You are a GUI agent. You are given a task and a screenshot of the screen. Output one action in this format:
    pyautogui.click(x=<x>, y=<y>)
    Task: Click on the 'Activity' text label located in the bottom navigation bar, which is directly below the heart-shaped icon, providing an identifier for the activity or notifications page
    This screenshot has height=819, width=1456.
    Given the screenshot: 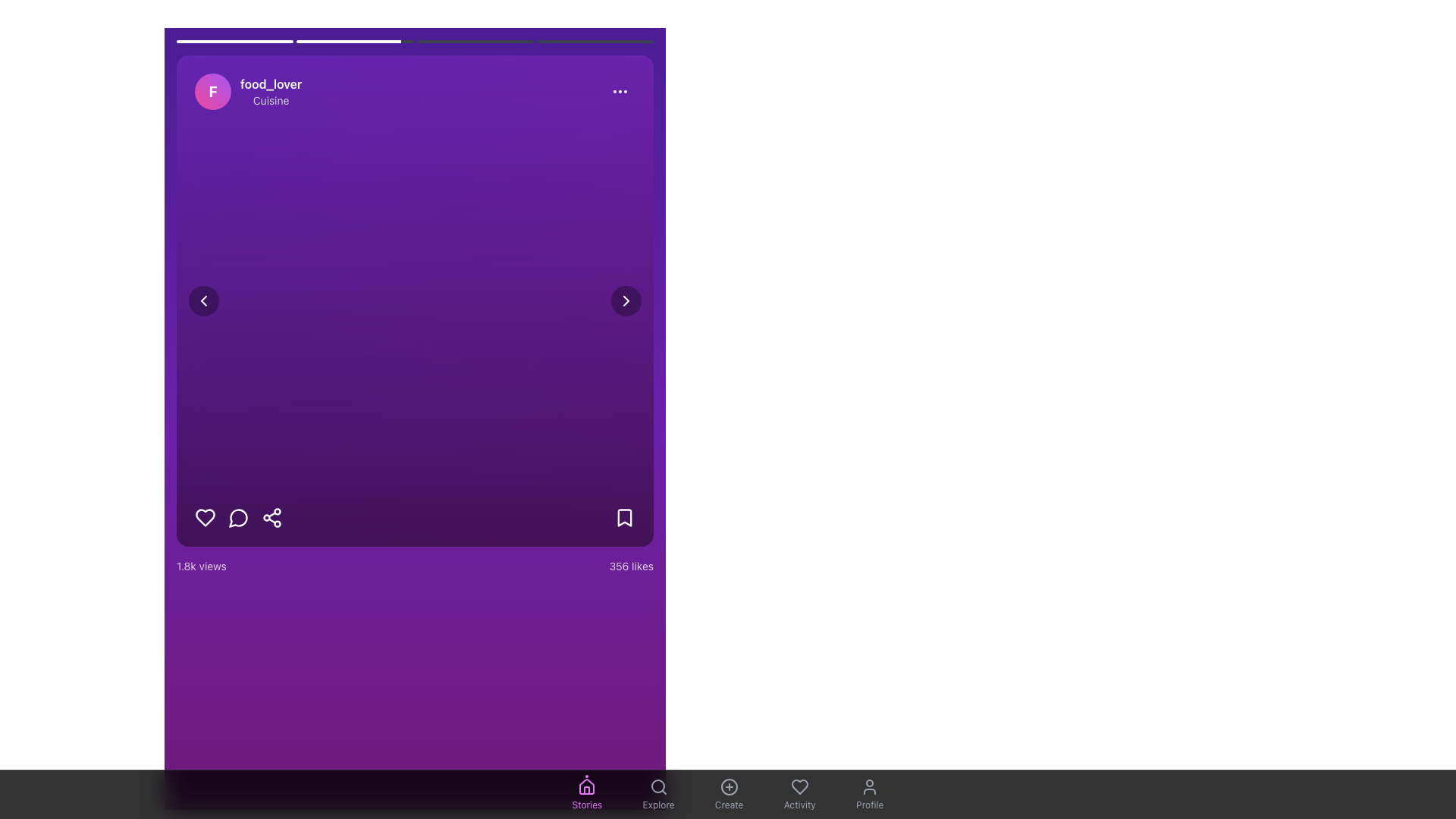 What is the action you would take?
    pyautogui.click(x=799, y=804)
    